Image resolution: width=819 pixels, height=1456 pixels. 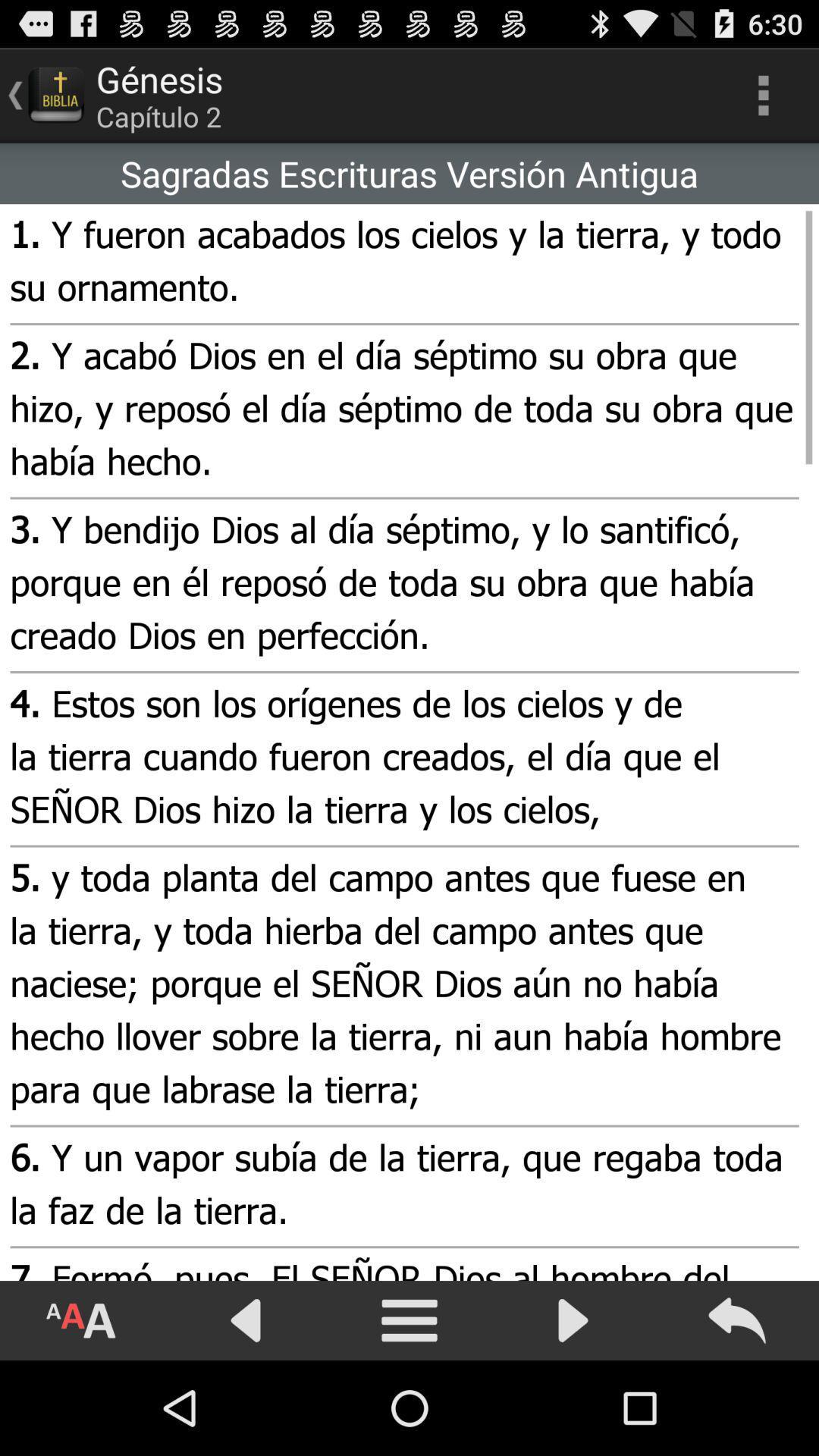 I want to click on the icon above the 1 y fueron, so click(x=409, y=174).